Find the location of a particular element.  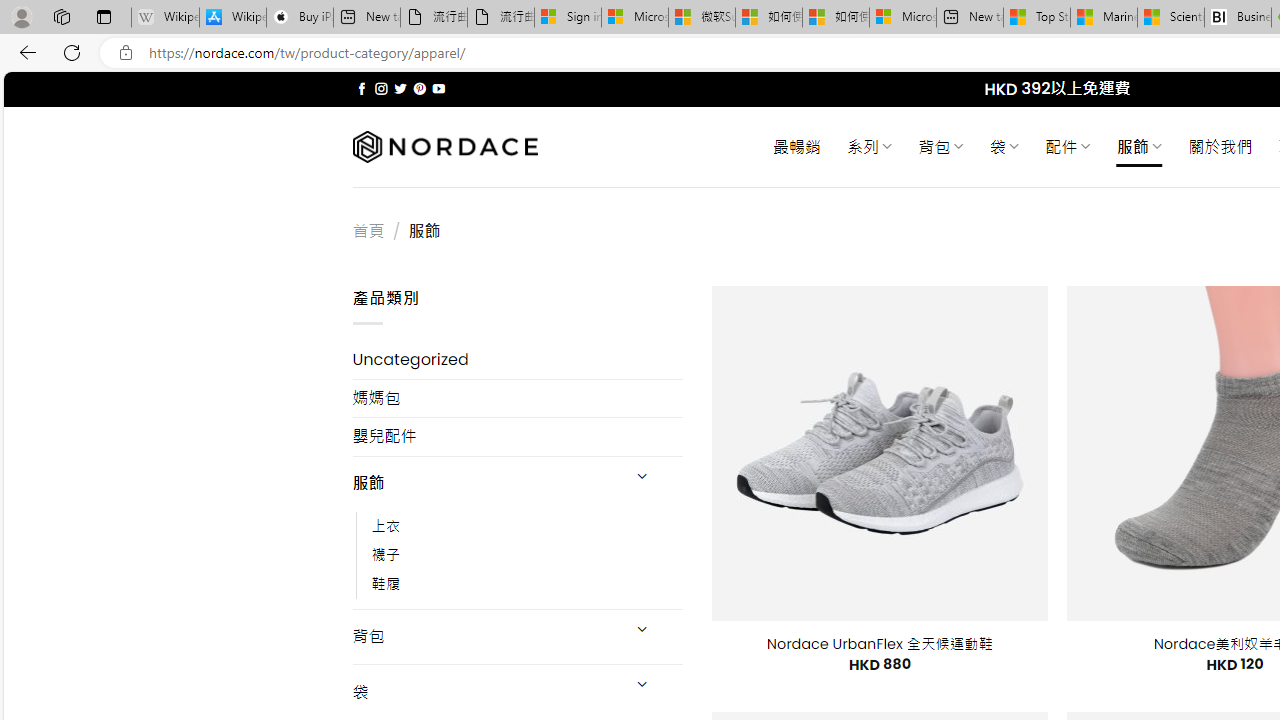

'Follow on Pinterest' is located at coordinates (418, 88).